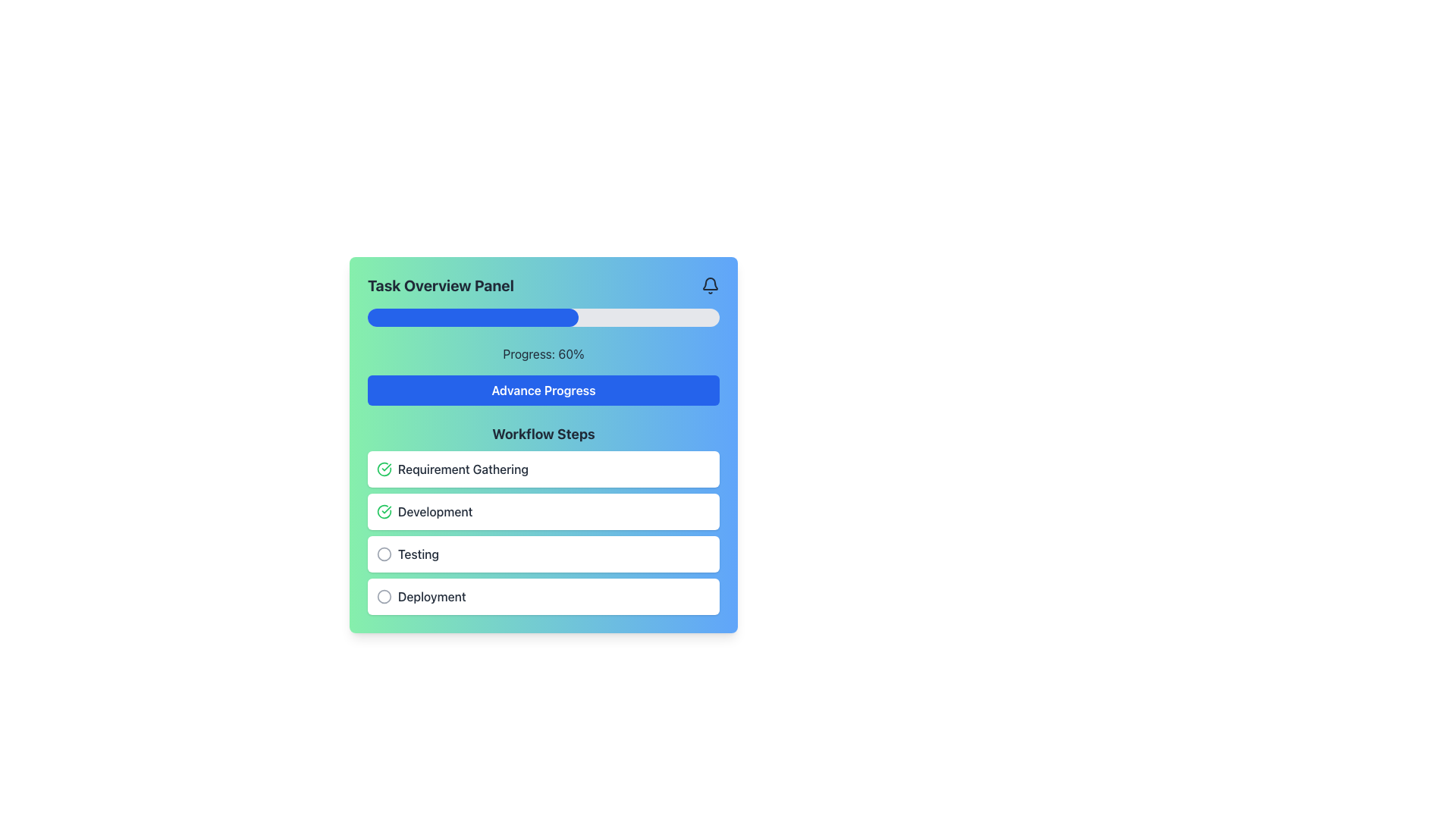 The image size is (1456, 819). Describe the element at coordinates (431, 595) in the screenshot. I see `the text label reading 'Deployment' styled with dark gray font, located in the Workflow Steps section of the interface, positioned below two circular icons` at that location.